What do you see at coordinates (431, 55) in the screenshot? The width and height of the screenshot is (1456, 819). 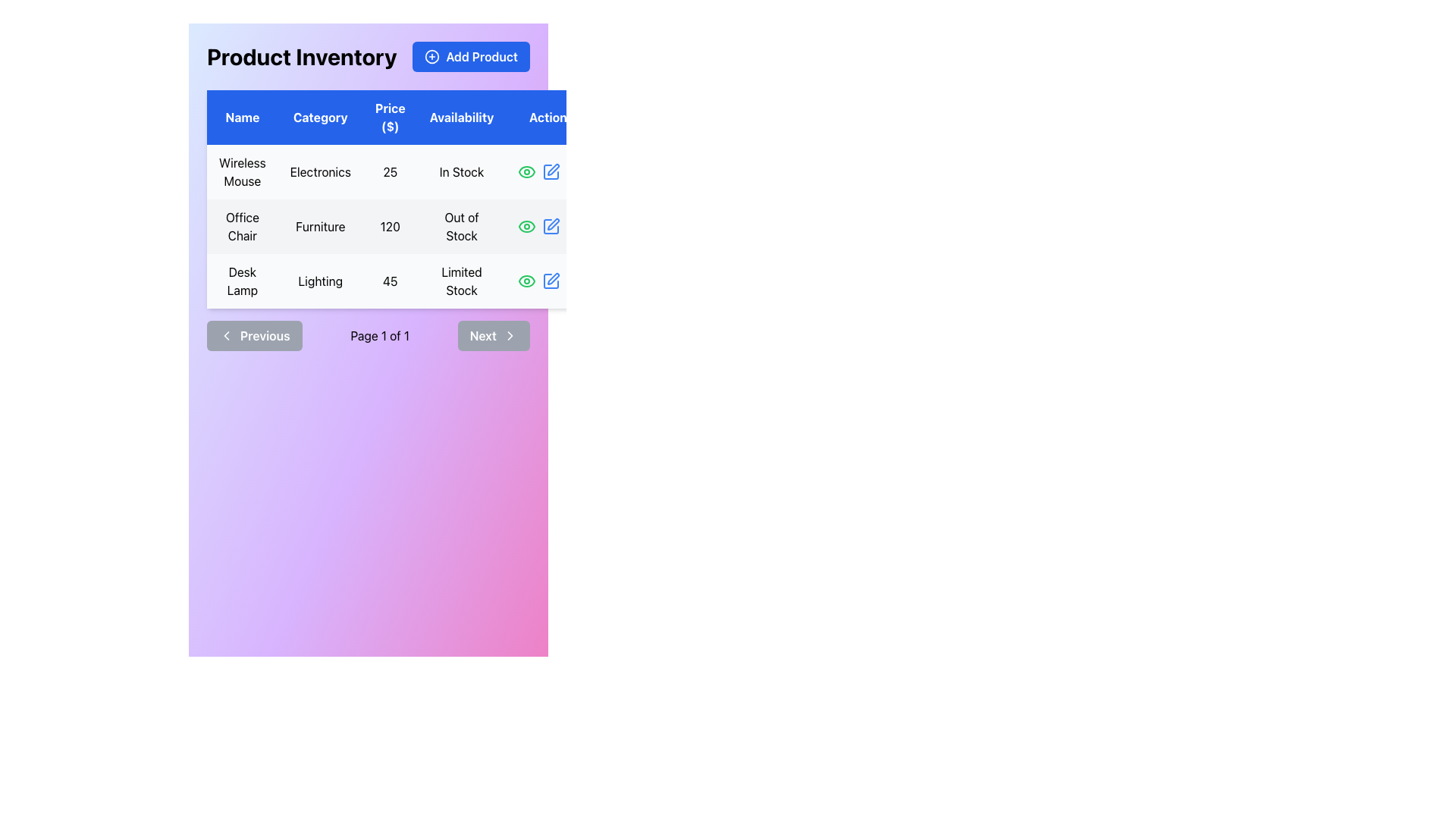 I see `the vector graphic icon within the 'Add Product' button, which symbolizes the action of adding or creating a new item` at bounding box center [431, 55].